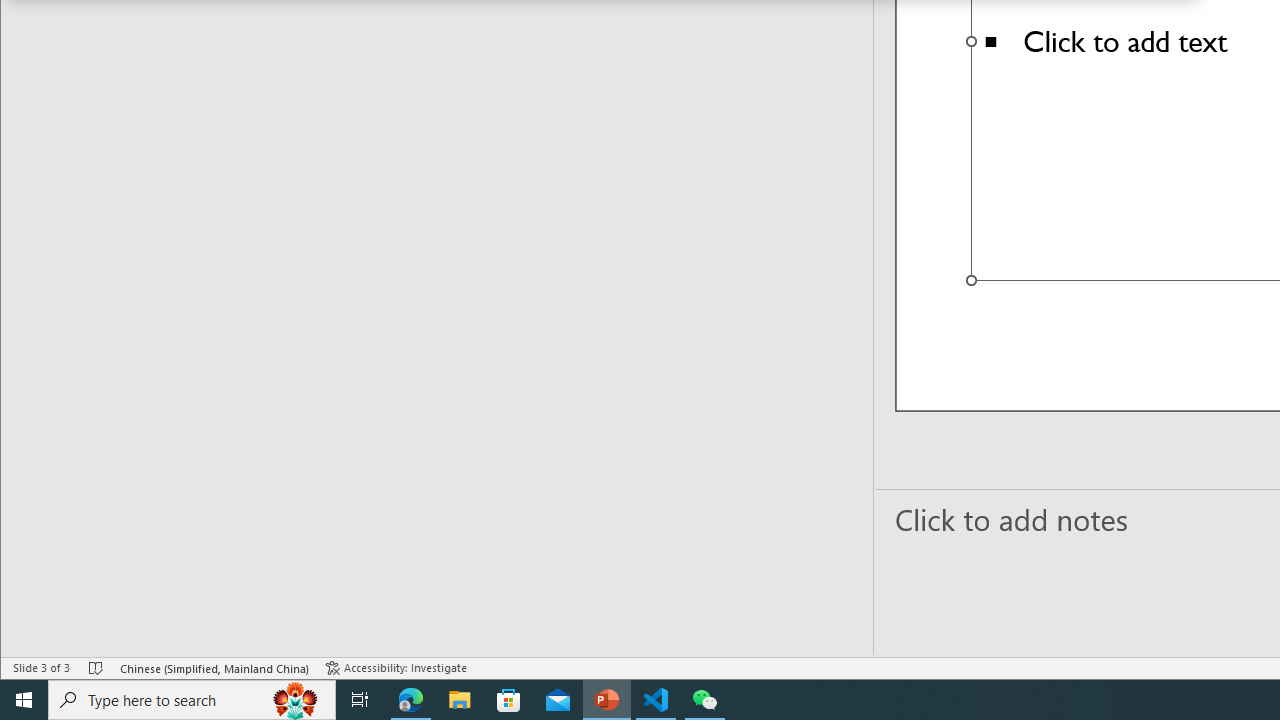  Describe the element at coordinates (606, 698) in the screenshot. I see `'PowerPoint - 1 running window'` at that location.